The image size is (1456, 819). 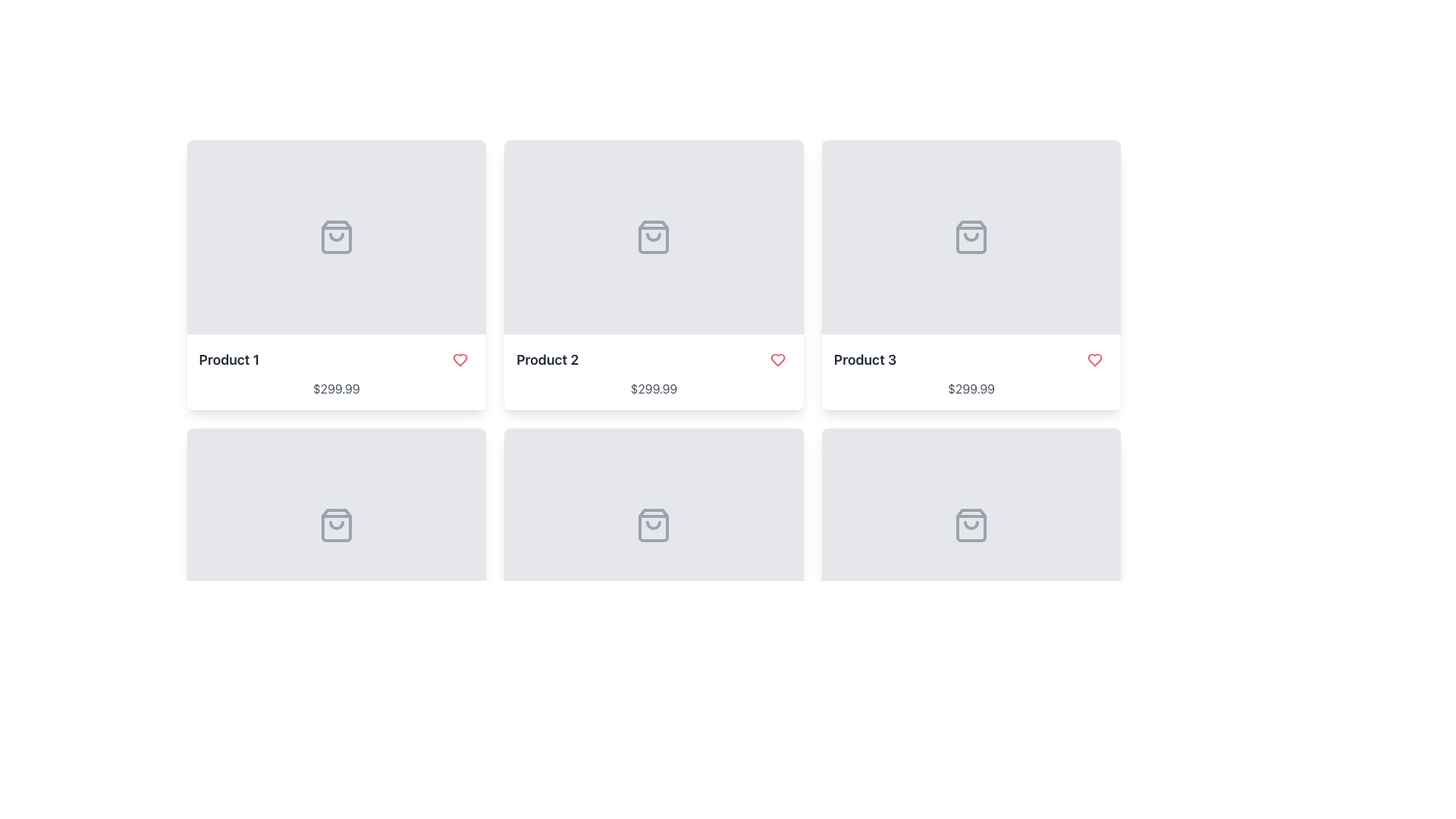 I want to click on the image placeholder with a shopping bag icon located in the bottom right corner of the grid layout, specifically in the fifth card under the header 'Product 6', so click(x=971, y=525).